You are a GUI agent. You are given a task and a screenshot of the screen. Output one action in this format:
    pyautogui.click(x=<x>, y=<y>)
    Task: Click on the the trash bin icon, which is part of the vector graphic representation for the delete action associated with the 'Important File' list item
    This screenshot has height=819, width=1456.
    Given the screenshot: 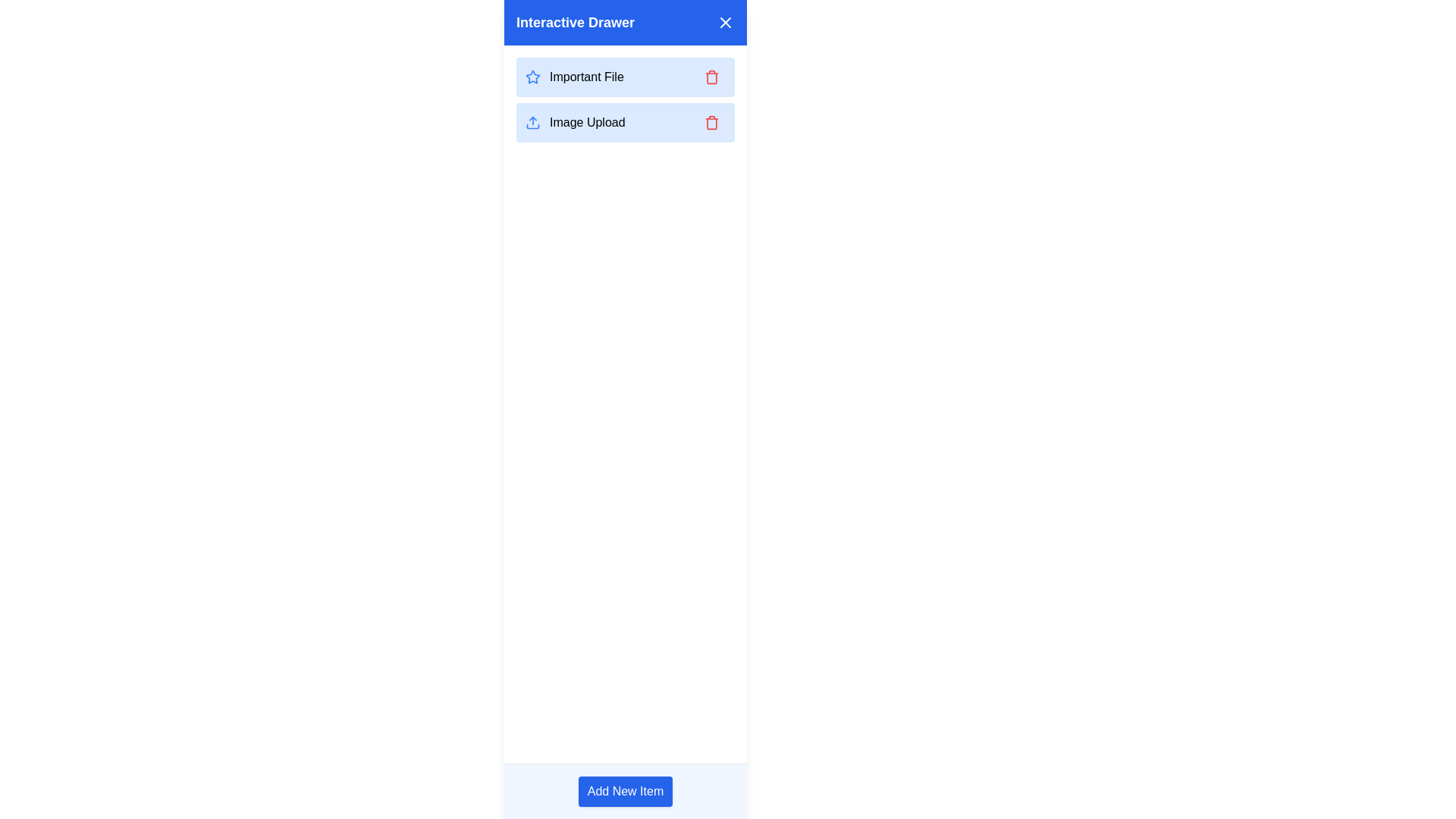 What is the action you would take?
    pyautogui.click(x=711, y=78)
    